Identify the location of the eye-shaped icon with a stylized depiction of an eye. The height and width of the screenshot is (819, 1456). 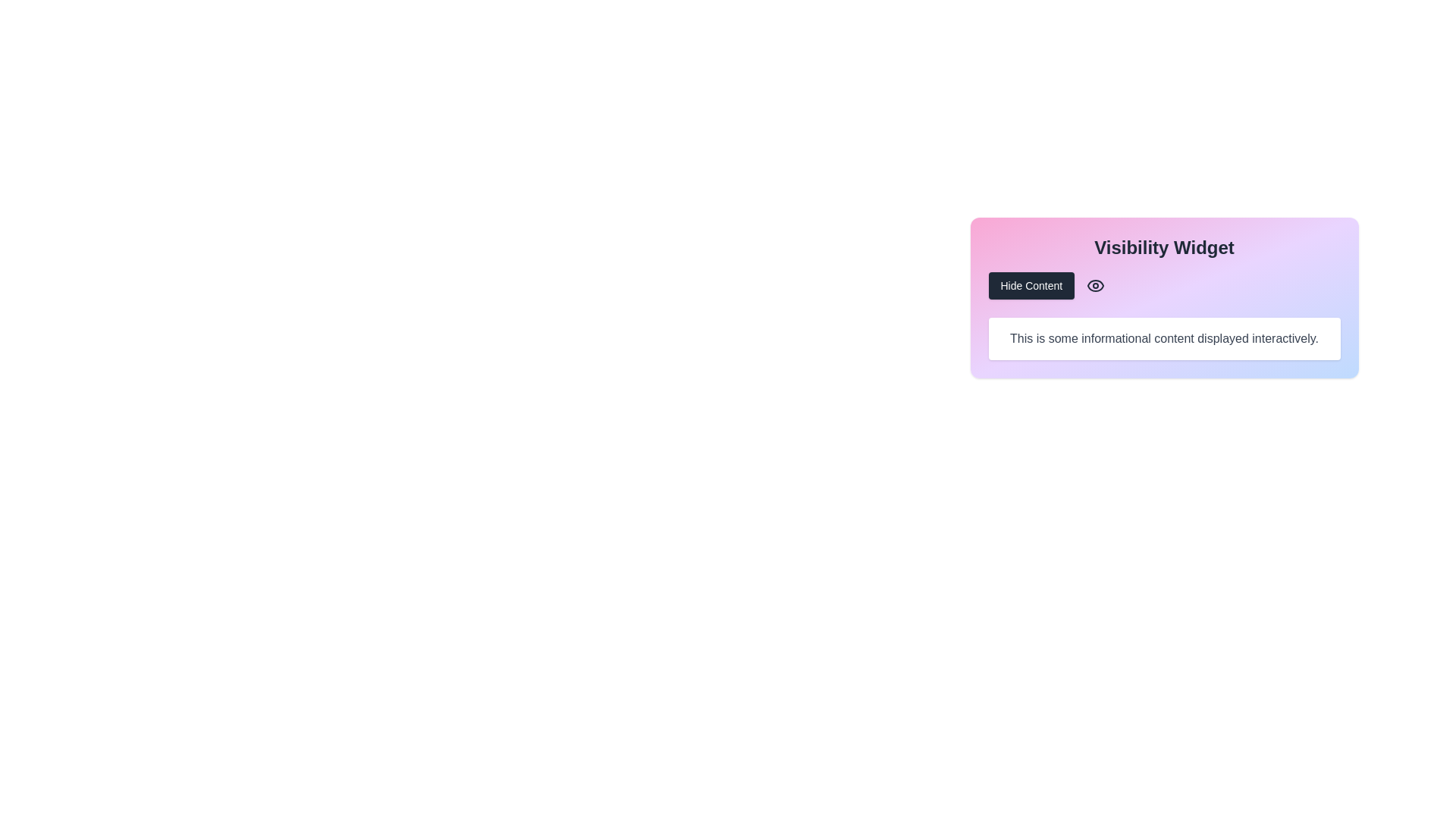
(1096, 286).